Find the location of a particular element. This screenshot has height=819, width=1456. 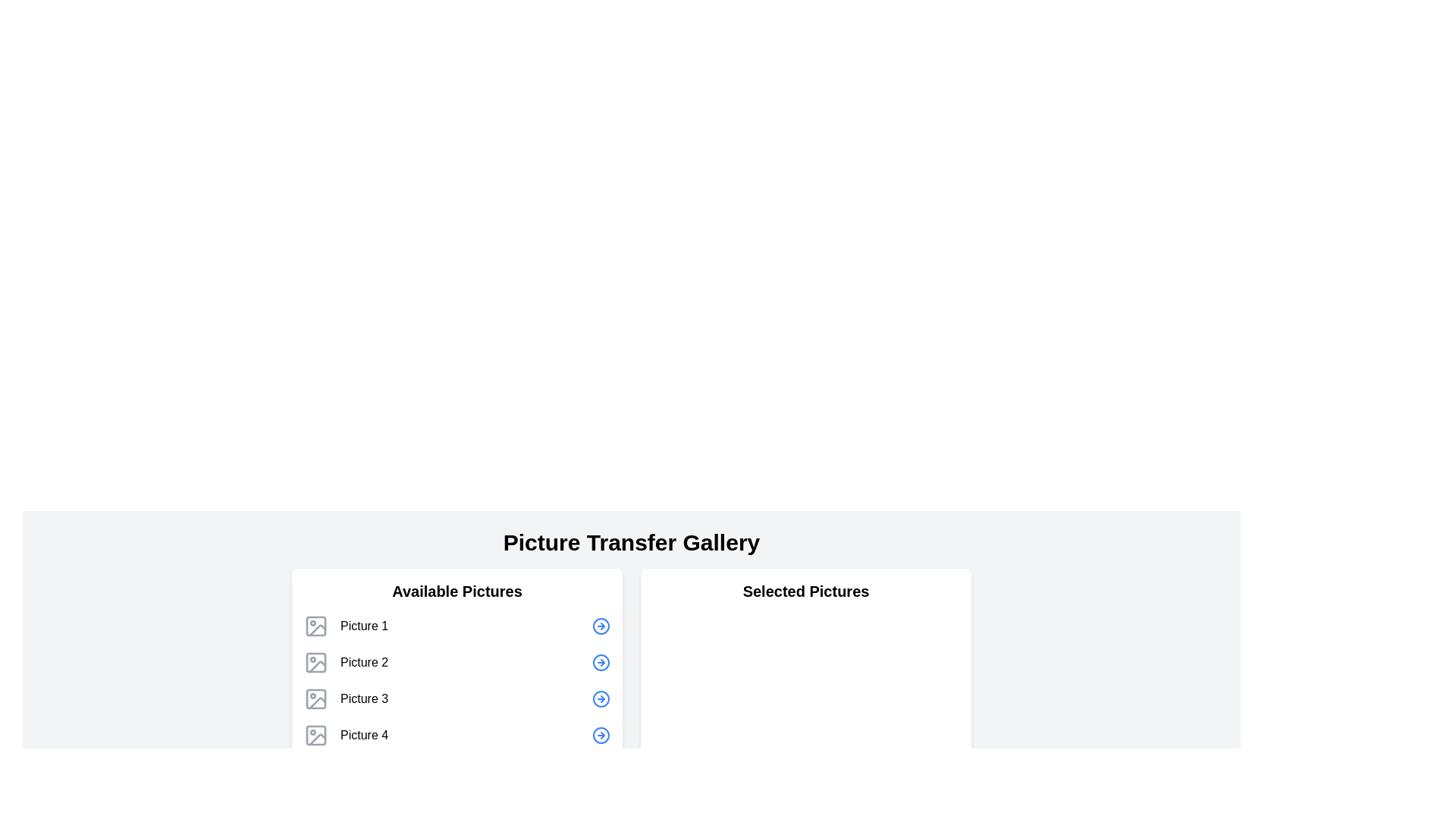

the list item in the third position of the 'Available Pictures' column is located at coordinates (345, 698).